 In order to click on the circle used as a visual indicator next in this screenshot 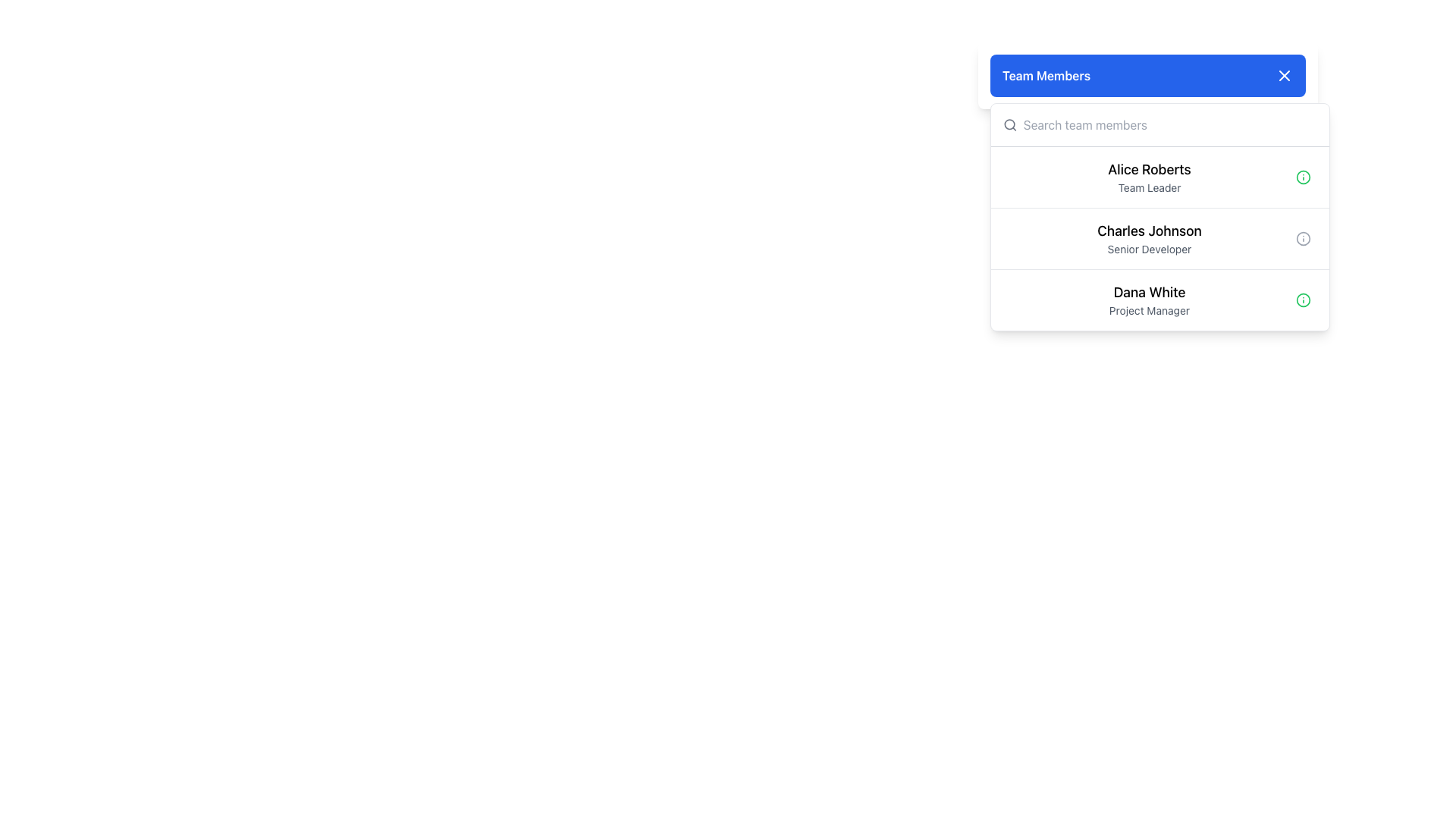, I will do `click(1302, 300)`.